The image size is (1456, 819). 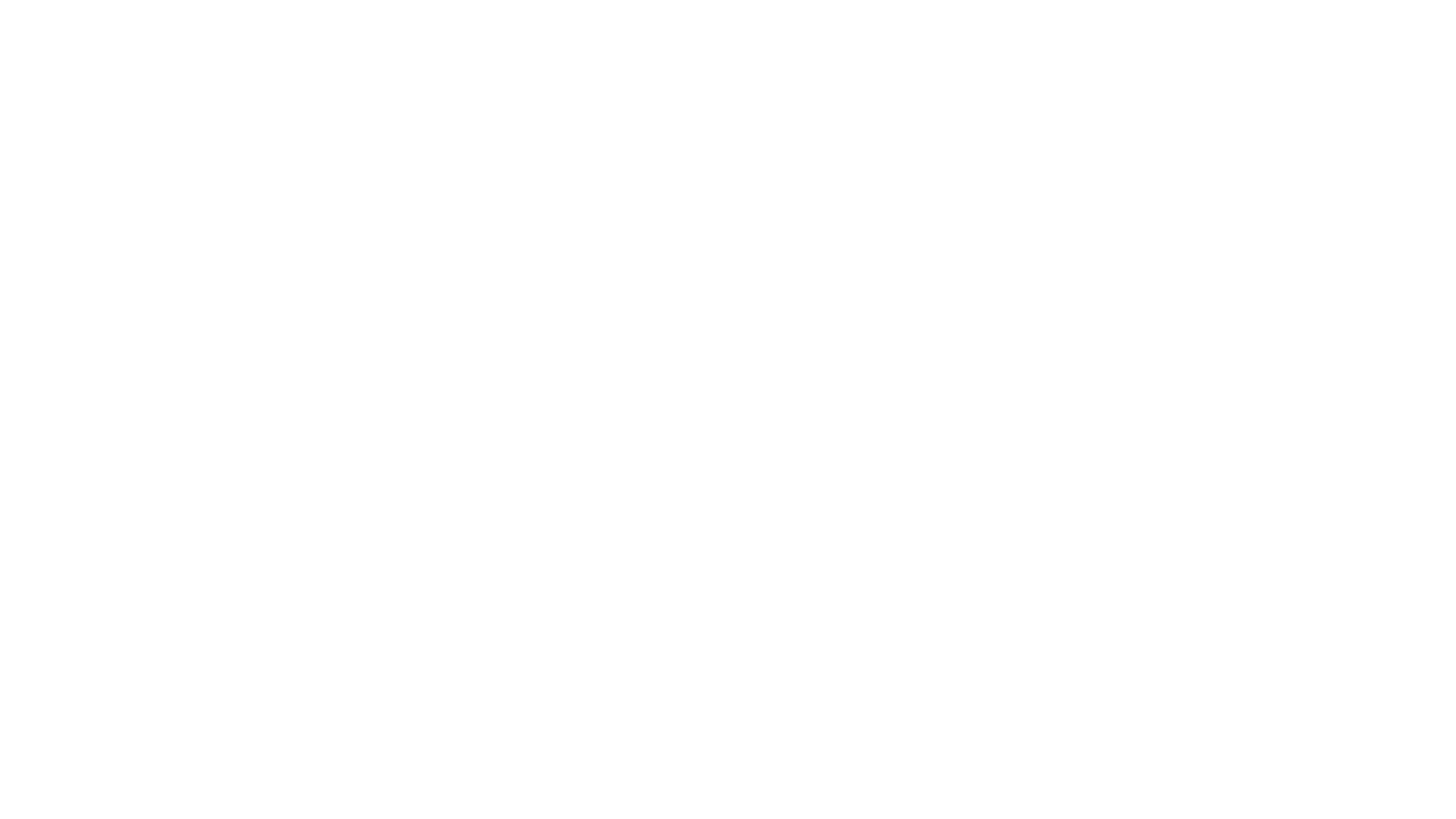 I want to click on ADDED, so click(x=1150, y=274).